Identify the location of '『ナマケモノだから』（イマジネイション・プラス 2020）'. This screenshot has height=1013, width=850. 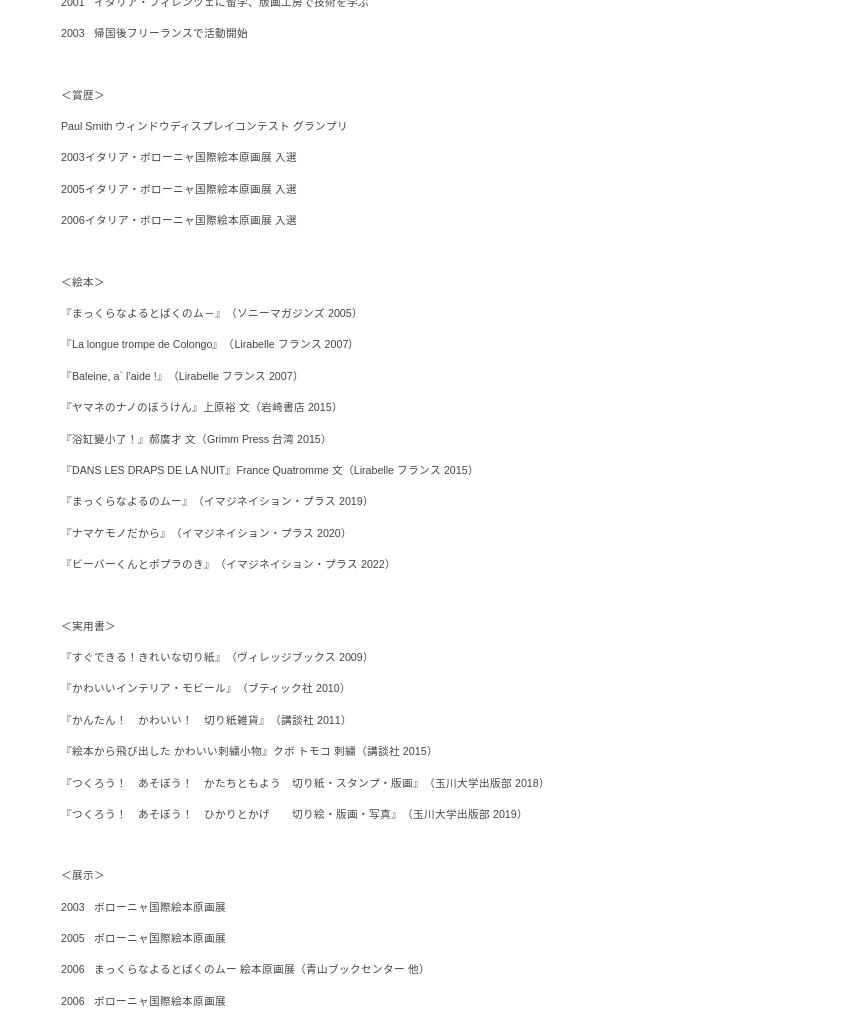
(205, 532).